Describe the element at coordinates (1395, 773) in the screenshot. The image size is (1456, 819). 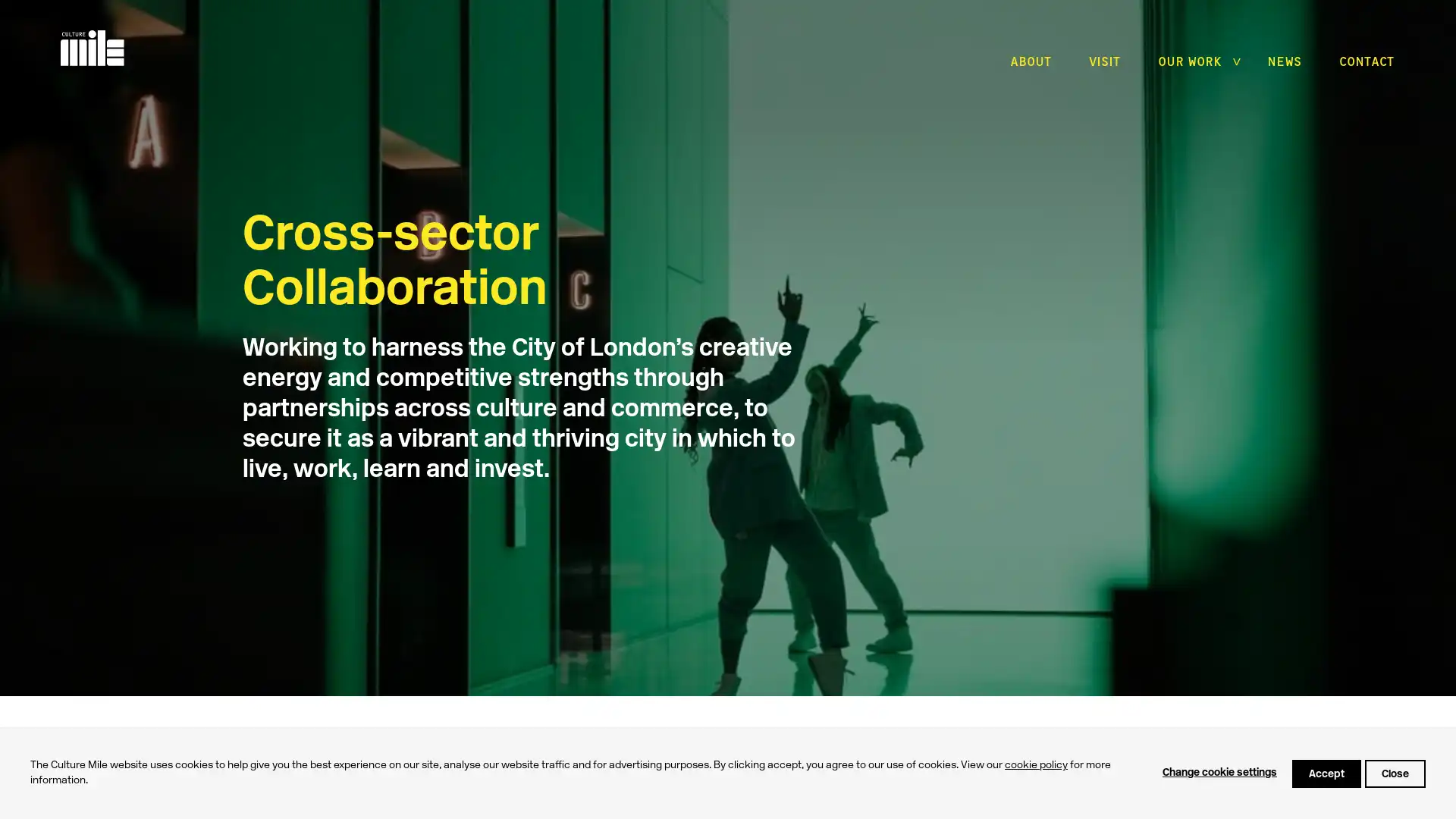
I see `Close` at that location.